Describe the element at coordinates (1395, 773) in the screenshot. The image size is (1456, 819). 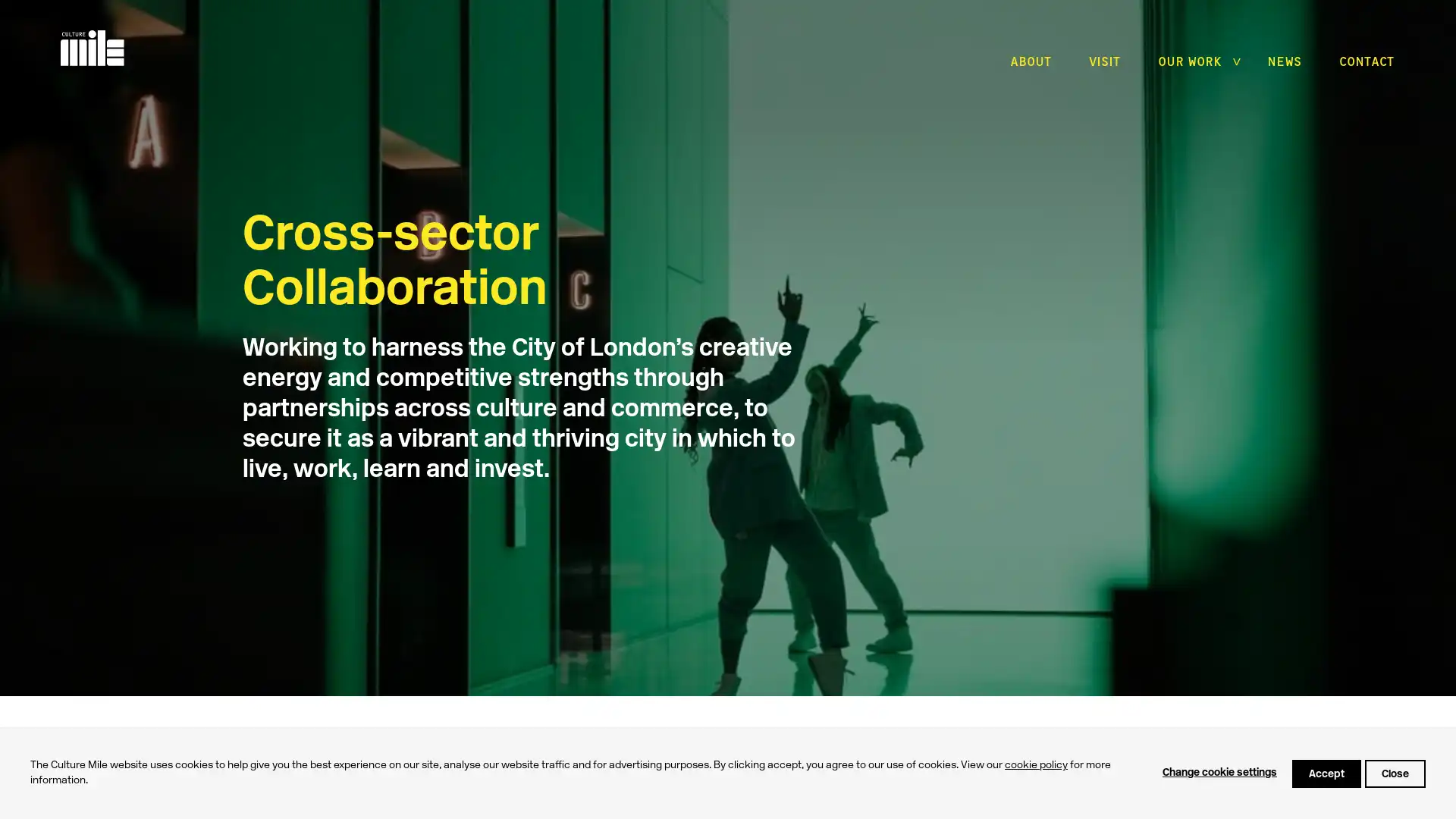
I see `Close` at that location.